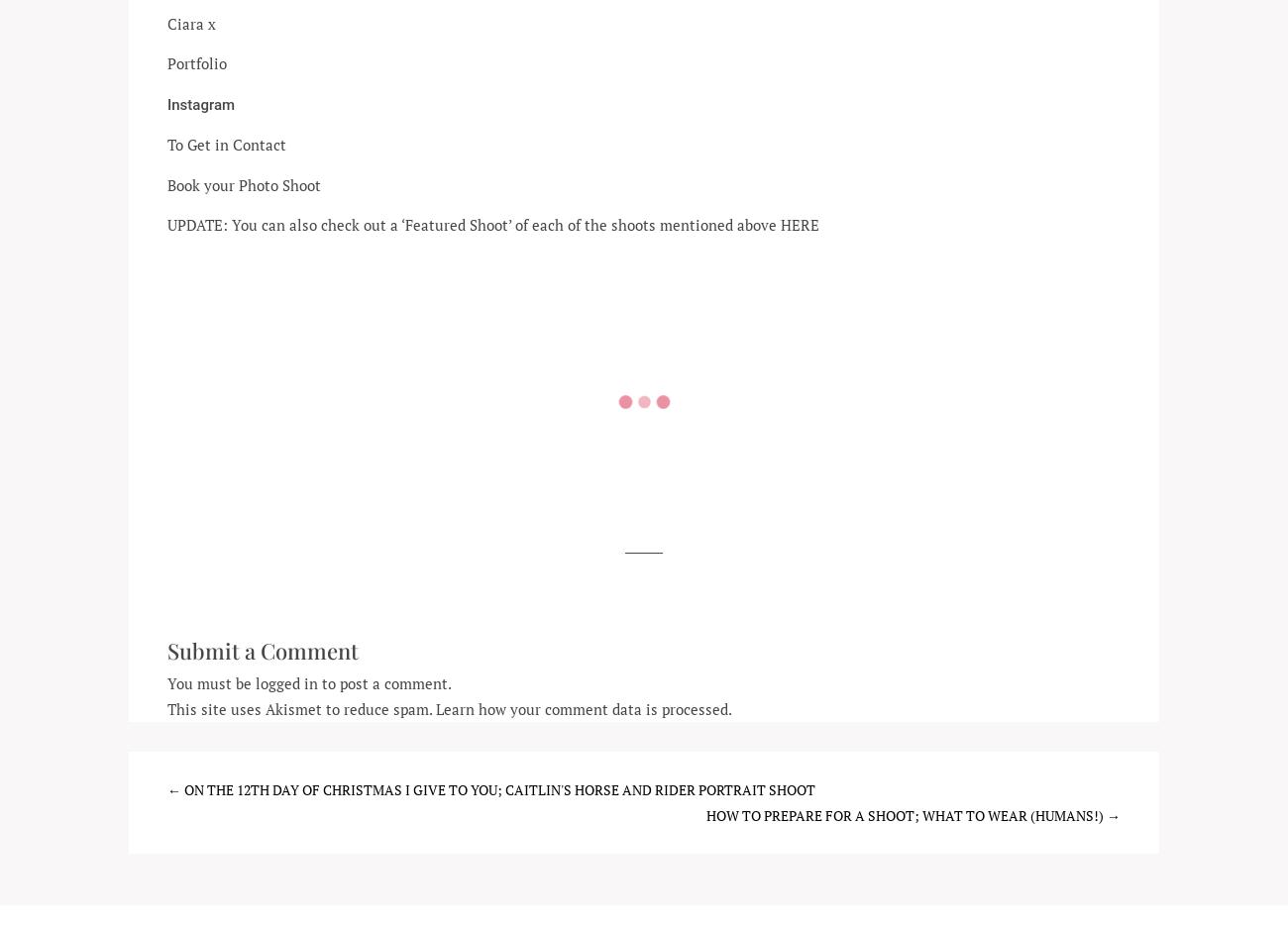 This screenshot has height=927, width=1288. Describe the element at coordinates (499, 788) in the screenshot. I see `'On the 12th Day of Christmas I give to you; Caitlin's Horse and Rider Portrait Shoot'` at that location.